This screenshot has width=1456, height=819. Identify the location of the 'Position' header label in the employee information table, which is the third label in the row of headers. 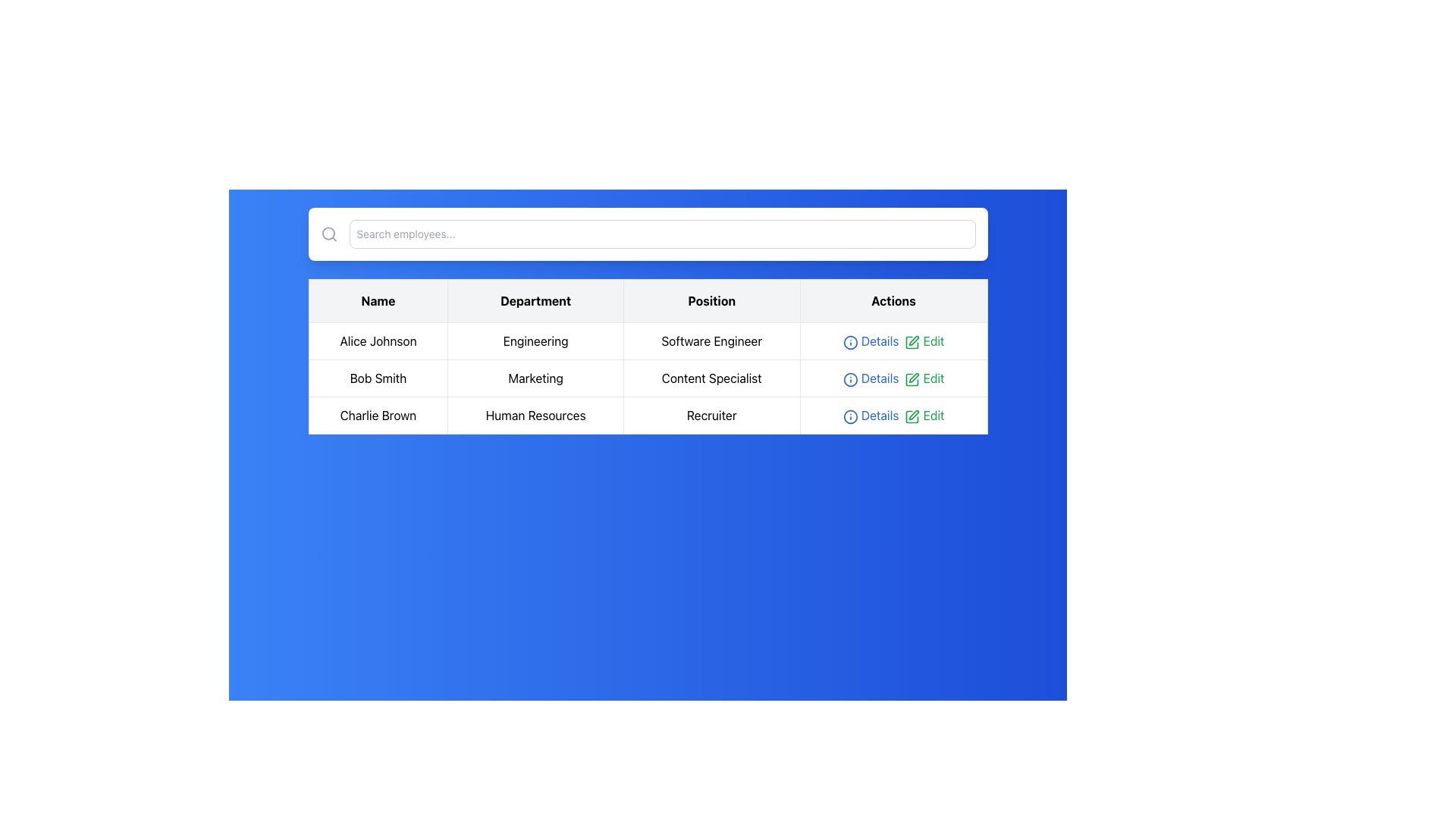
(711, 301).